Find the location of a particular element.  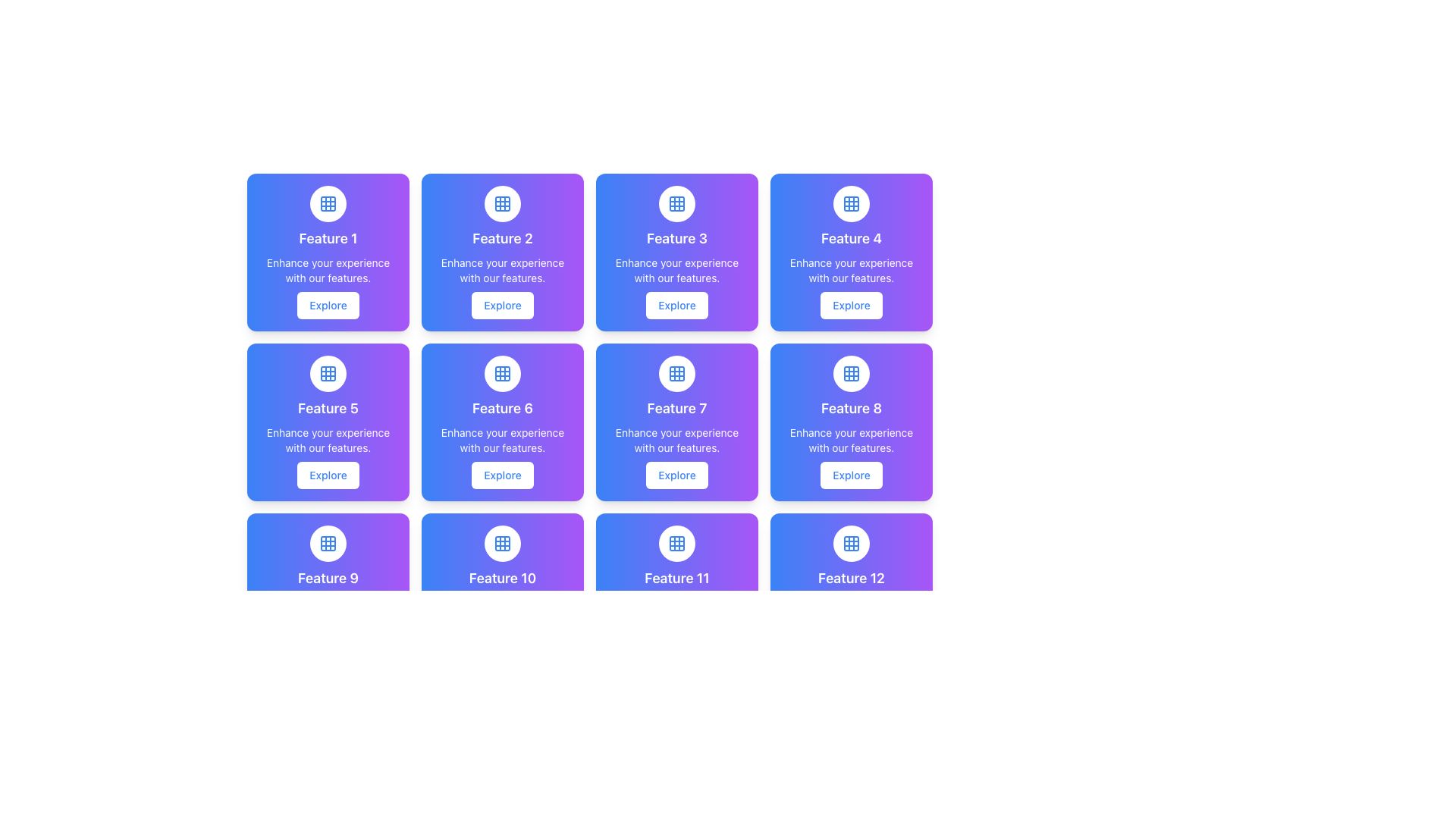

the graphical icon element which is located in the third column of the second row within a 3x3 grid layout inside the button of the feature card labeled 'Feature 7' is located at coordinates (676, 374).